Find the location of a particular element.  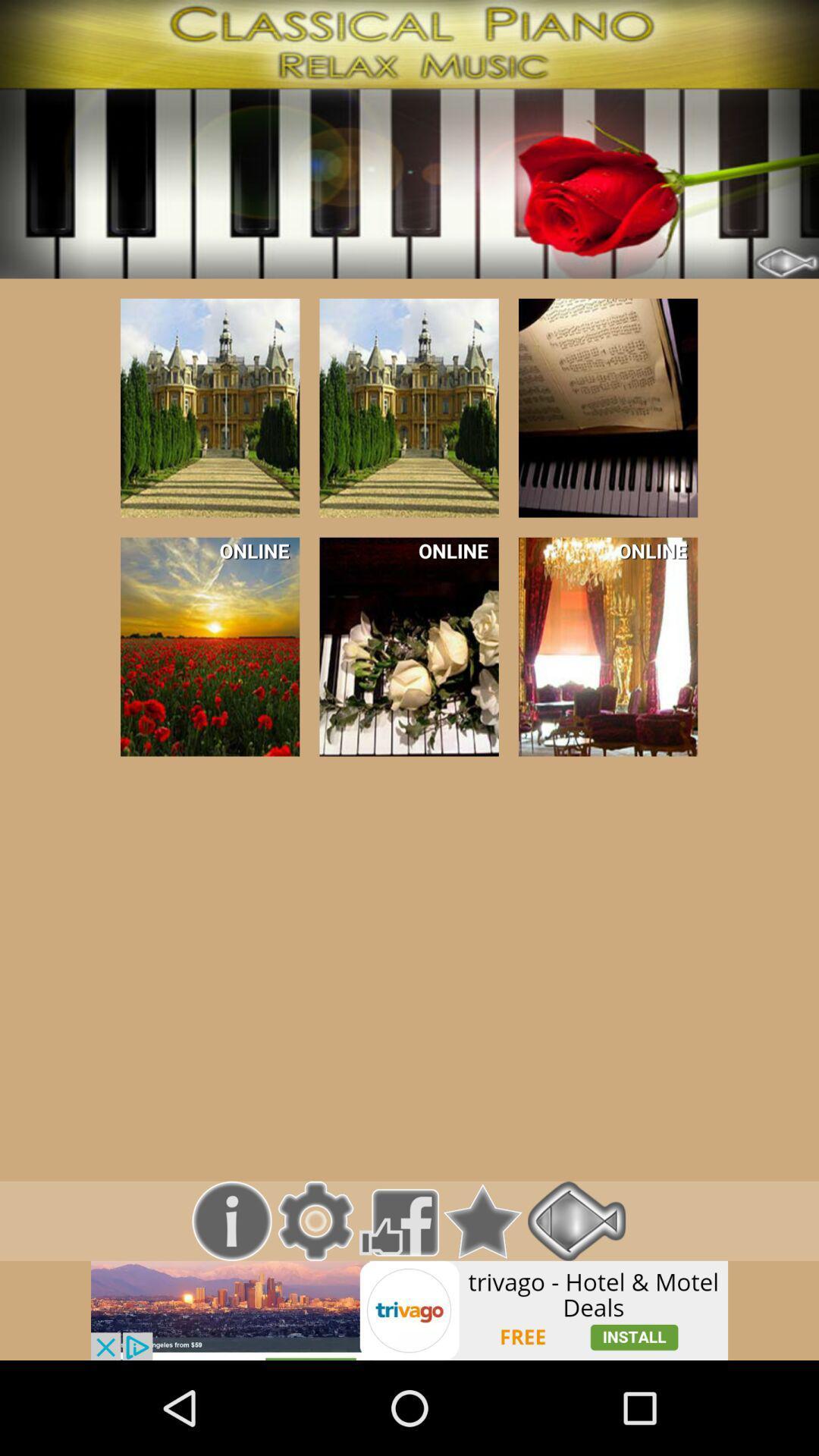

the option is located at coordinates (408, 408).